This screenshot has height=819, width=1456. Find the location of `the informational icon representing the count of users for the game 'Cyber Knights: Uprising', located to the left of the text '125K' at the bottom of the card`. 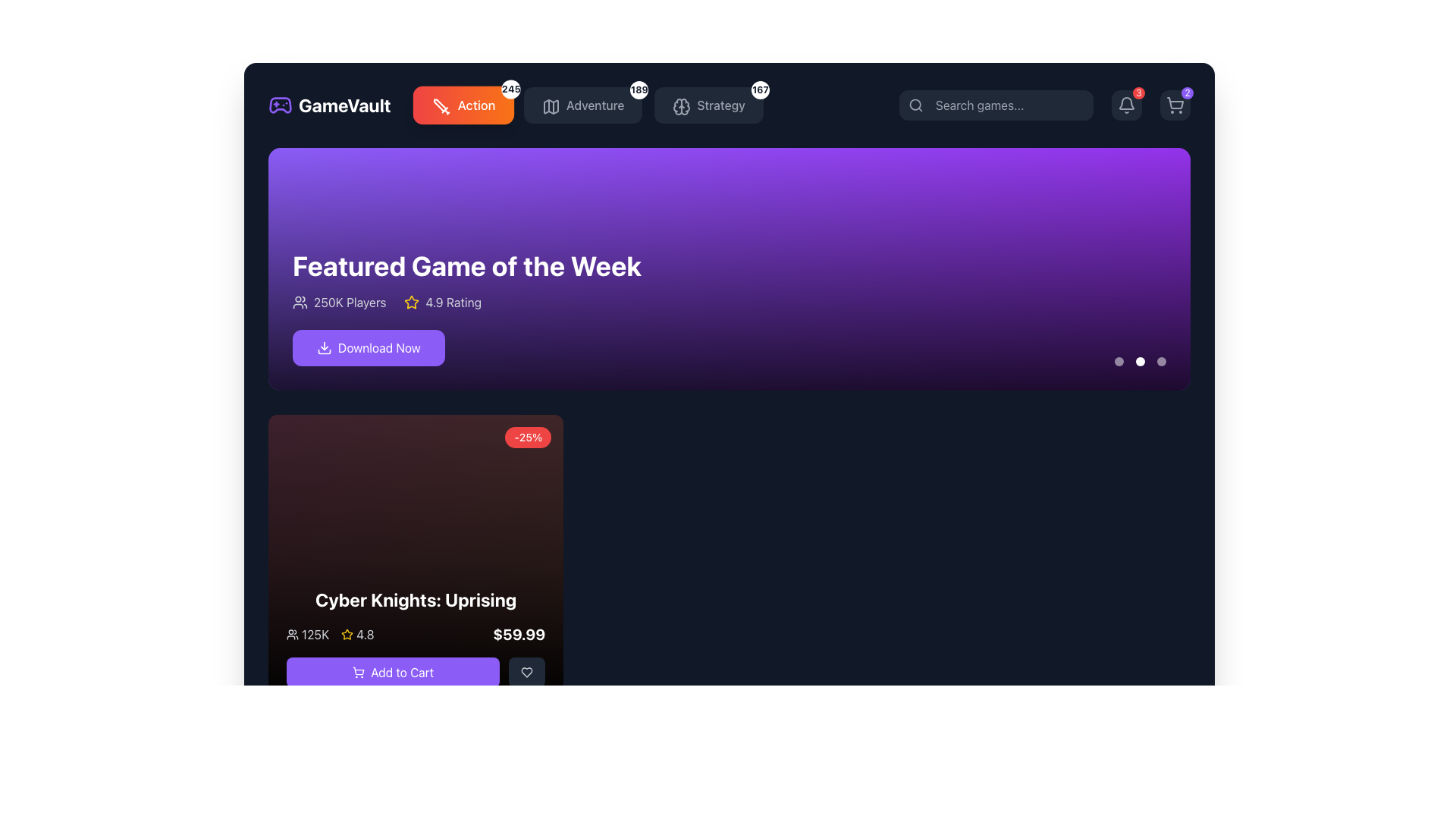

the informational icon representing the count of users for the game 'Cyber Knights: Uprising', located to the left of the text '125K' at the bottom of the card is located at coordinates (292, 635).